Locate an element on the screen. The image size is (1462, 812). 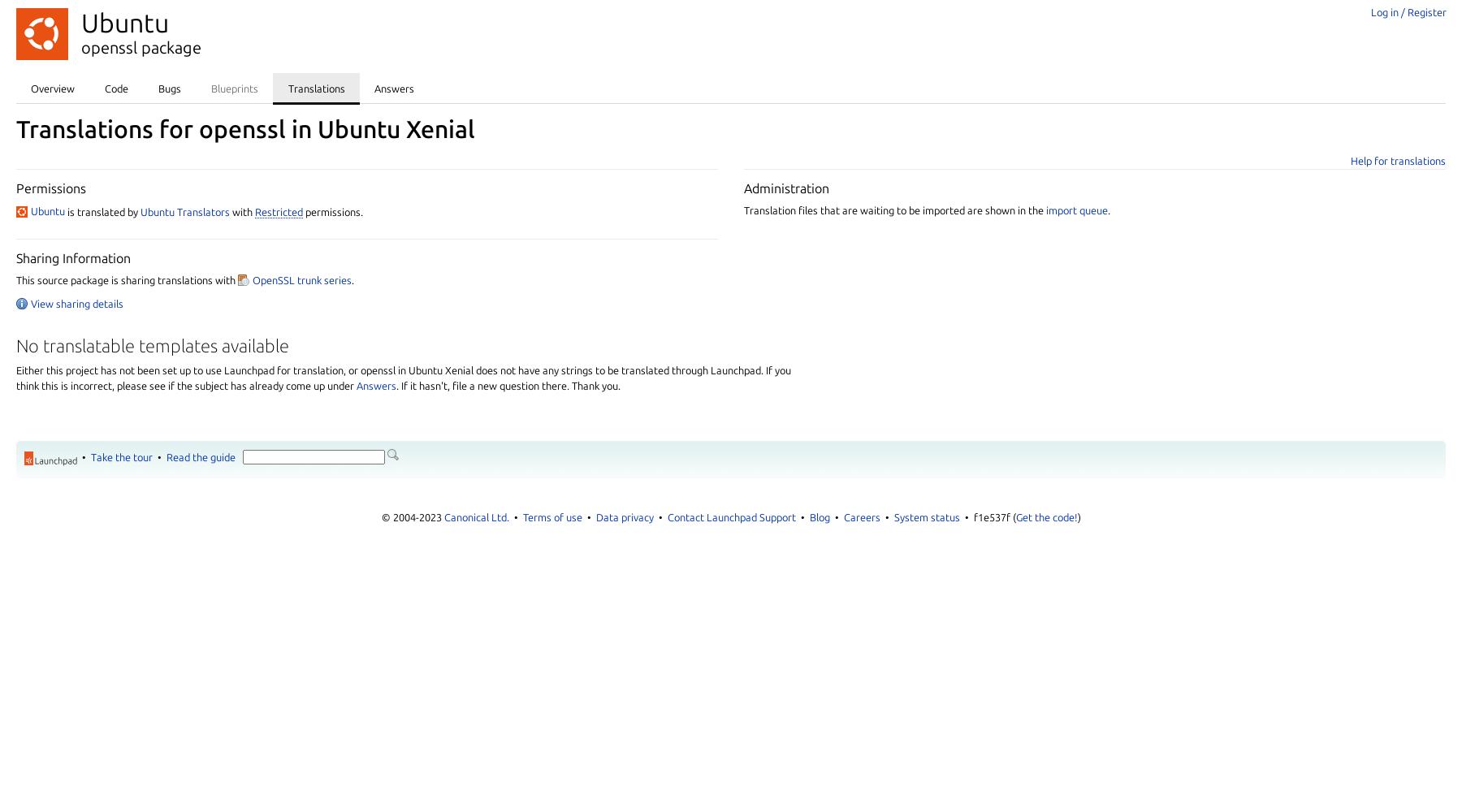
'Blueprints' is located at coordinates (210, 87).